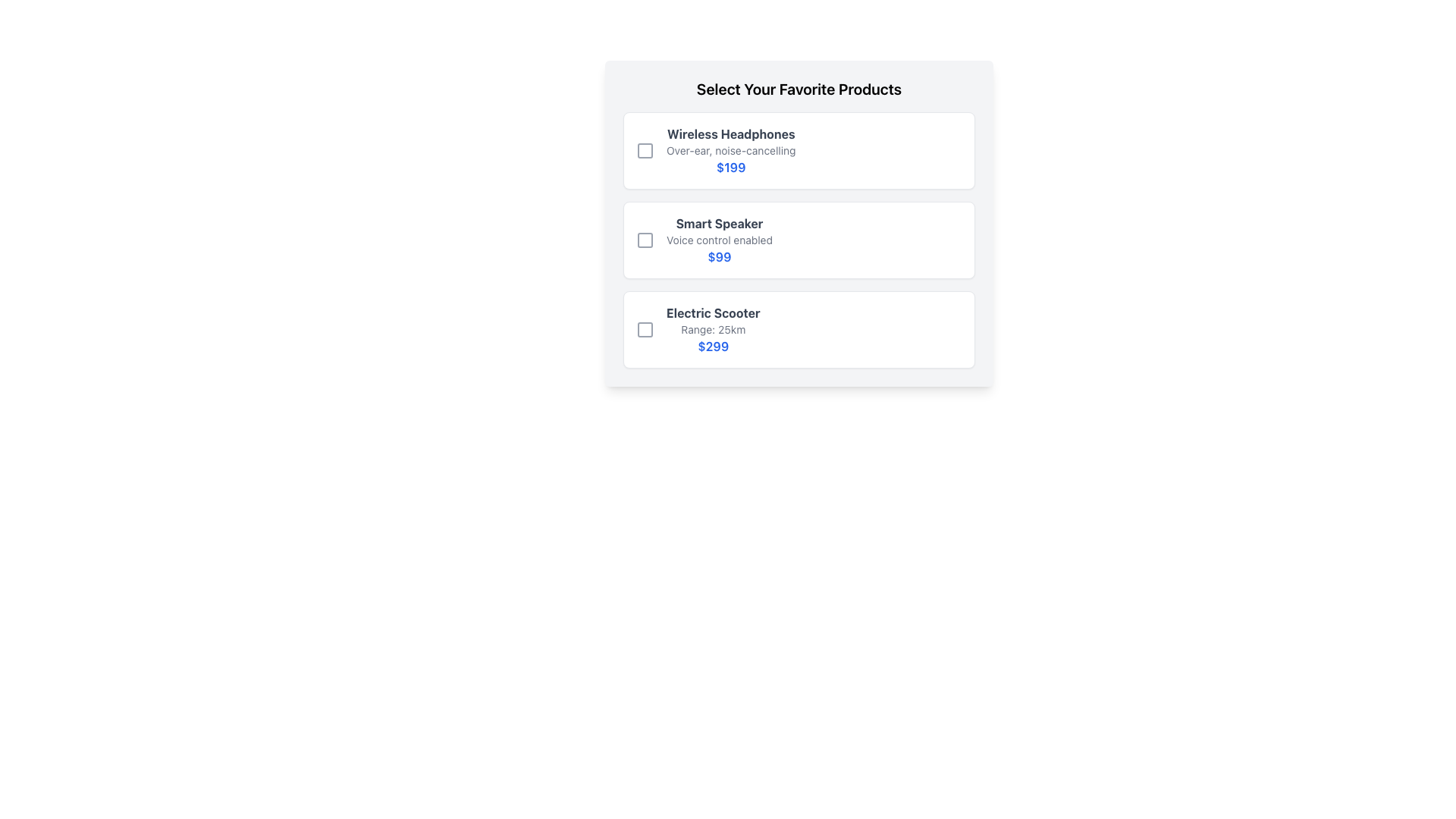  What do you see at coordinates (719, 239) in the screenshot?
I see `information displayed in the text block containing the title, description, and price of the product 'Smart Speaker', which is the second item in a vertical list of products` at bounding box center [719, 239].